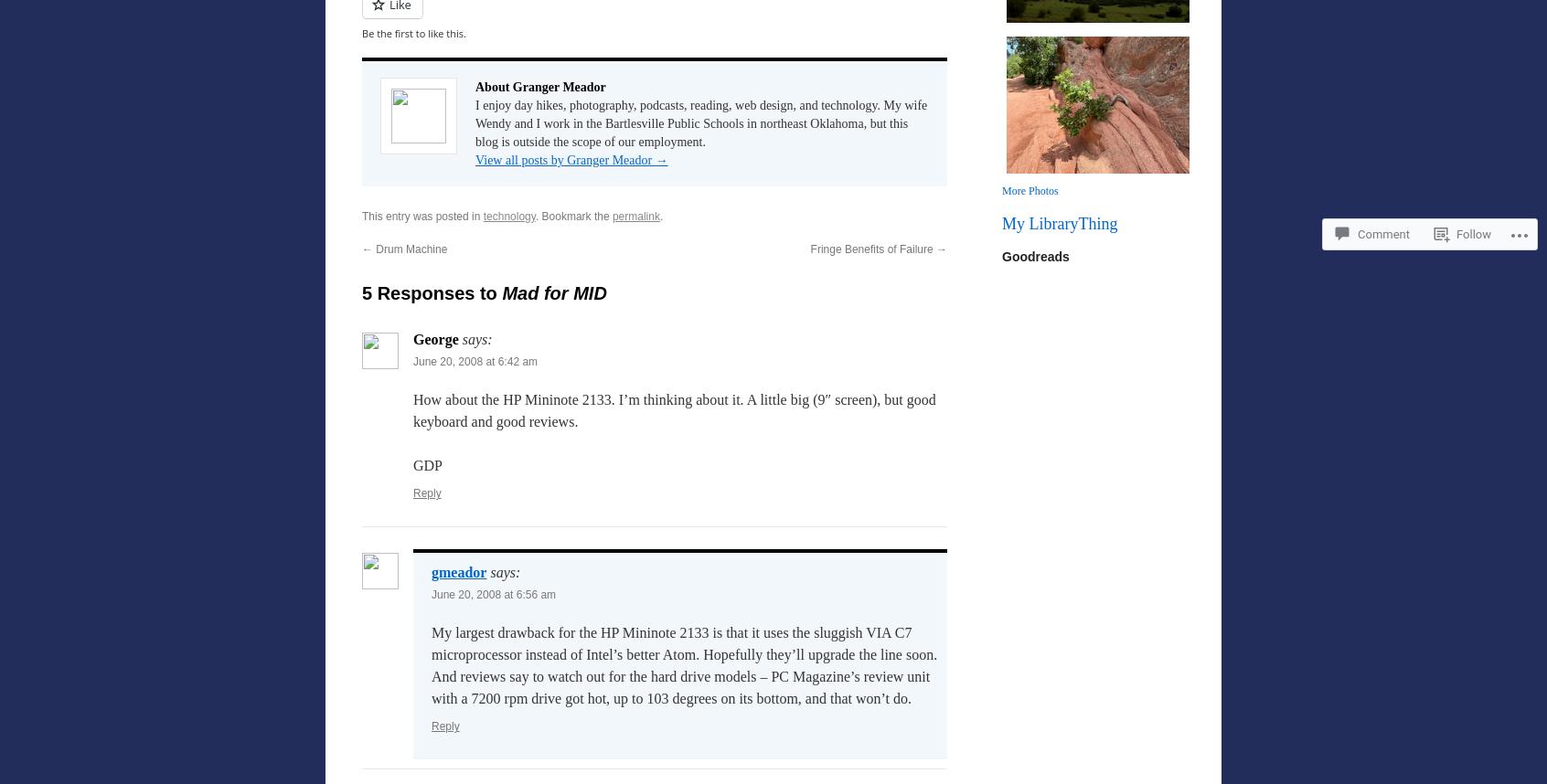 Image resolution: width=1547 pixels, height=784 pixels. What do you see at coordinates (459, 572) in the screenshot?
I see `'gmeador'` at bounding box center [459, 572].